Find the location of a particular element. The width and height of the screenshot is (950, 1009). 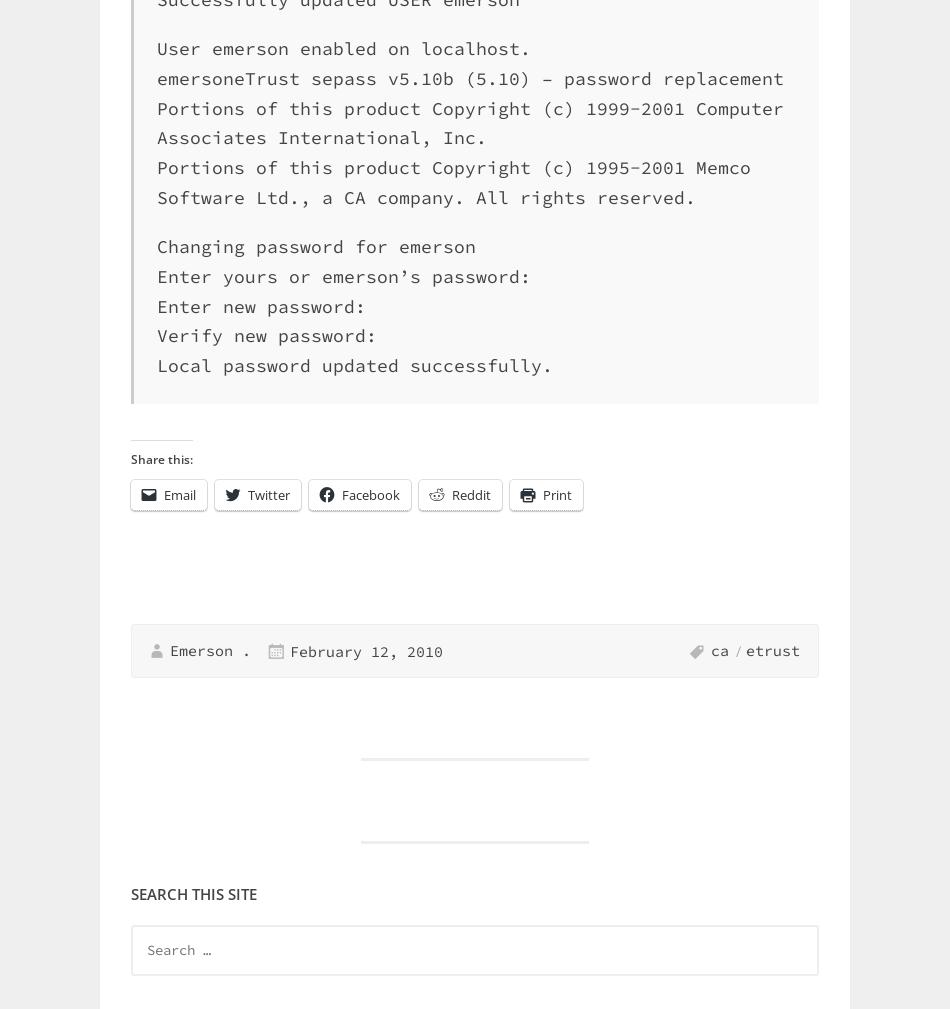

'Local password updated successfully.' is located at coordinates (354, 363).